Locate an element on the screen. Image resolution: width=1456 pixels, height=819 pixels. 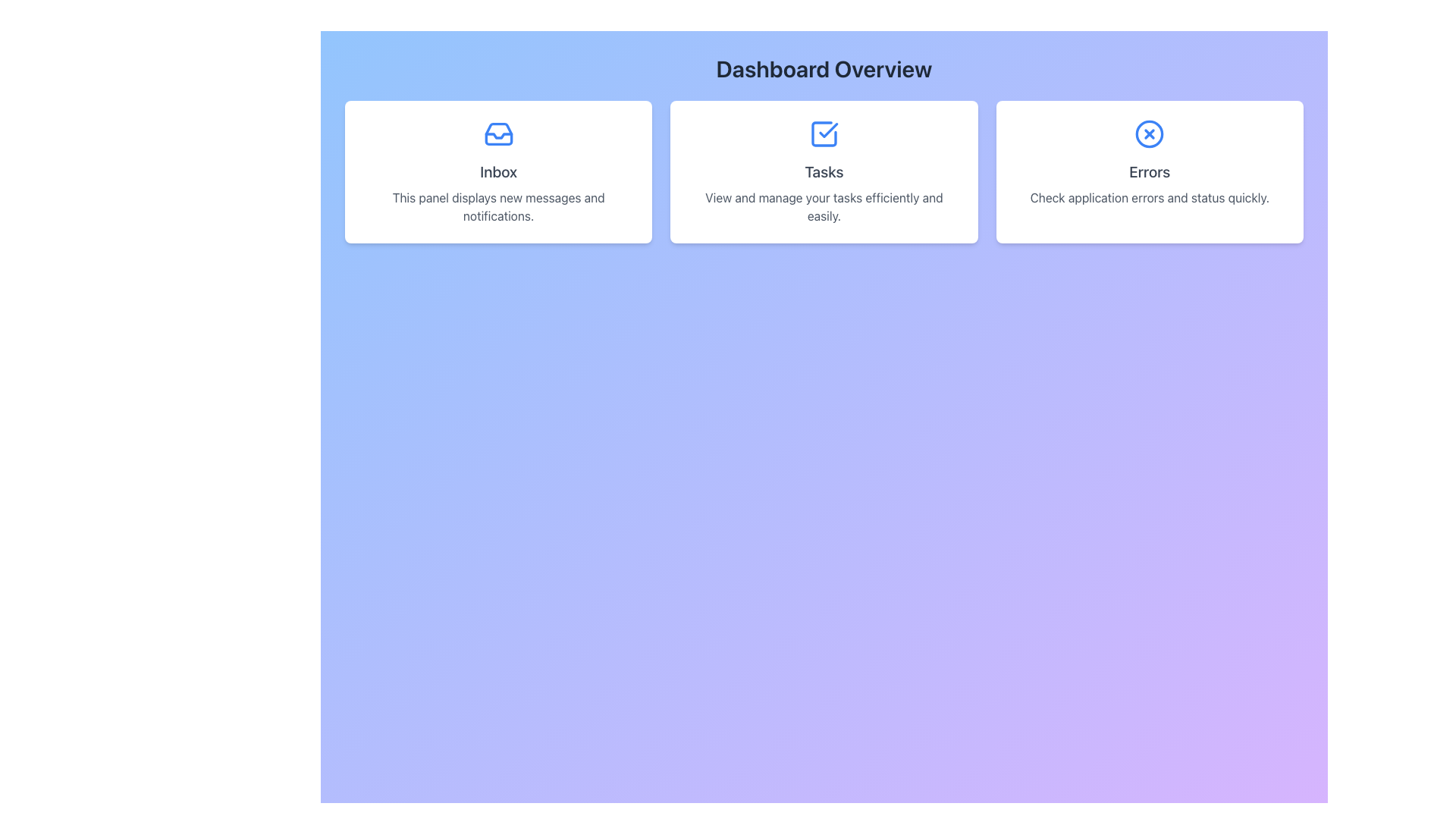
text displayed in the 'Errors' label, which is a large gray text centrally aligned within a white card on a blue gradient background is located at coordinates (1150, 171).